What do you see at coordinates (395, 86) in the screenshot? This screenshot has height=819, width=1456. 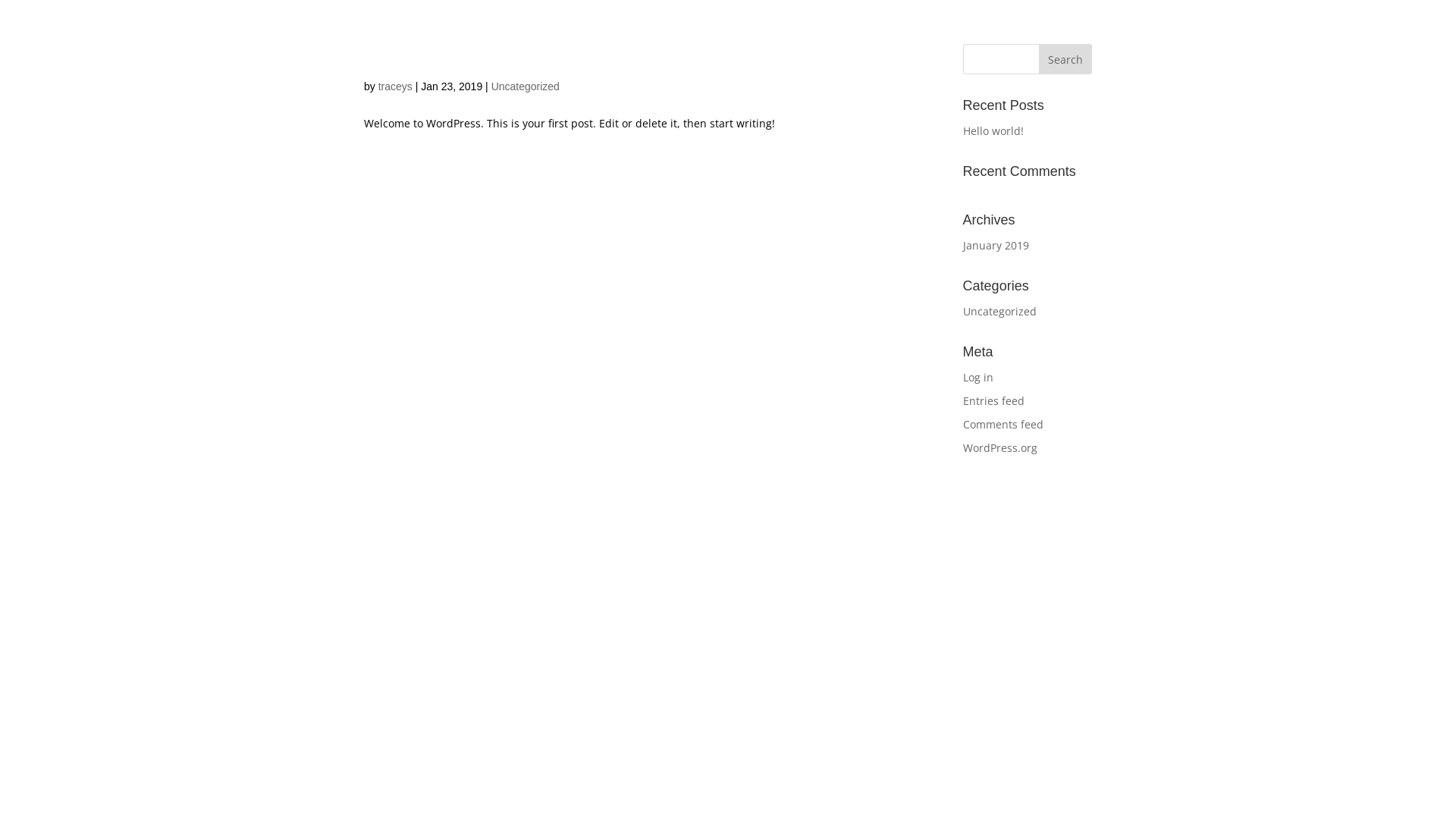 I see `'traceys'` at bounding box center [395, 86].